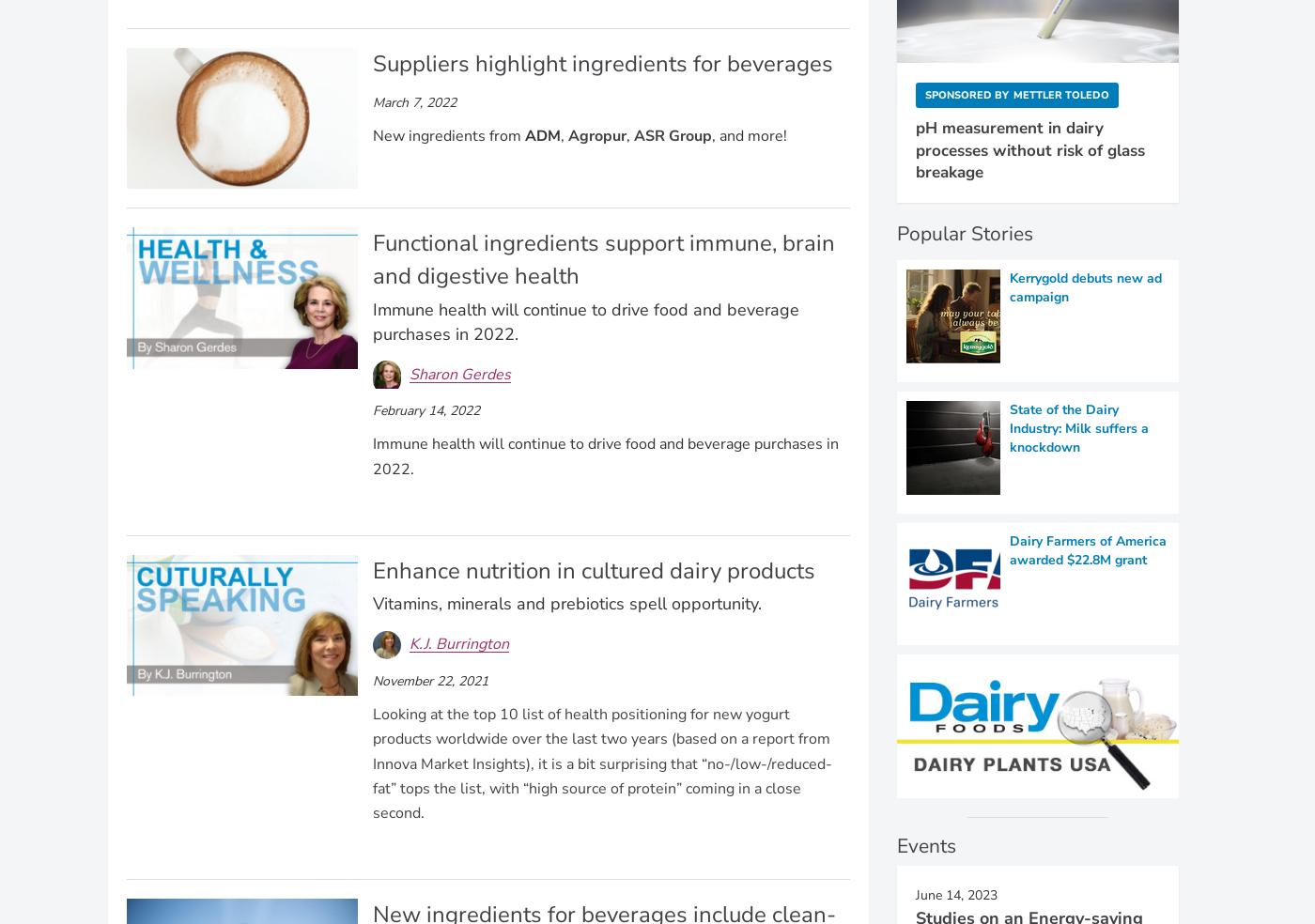 Image resolution: width=1315 pixels, height=924 pixels. I want to click on 'Sharon Gerdes', so click(408, 374).